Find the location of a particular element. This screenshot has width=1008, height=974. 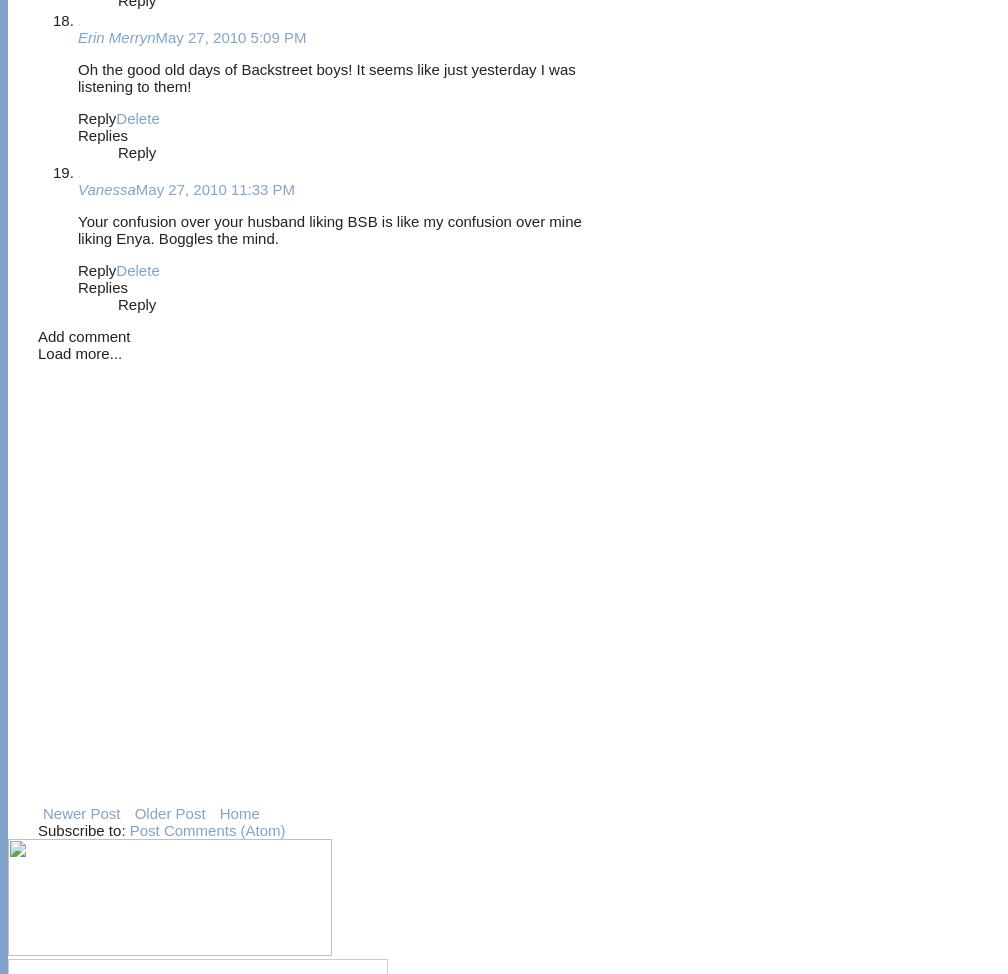

'Home' is located at coordinates (238, 812).